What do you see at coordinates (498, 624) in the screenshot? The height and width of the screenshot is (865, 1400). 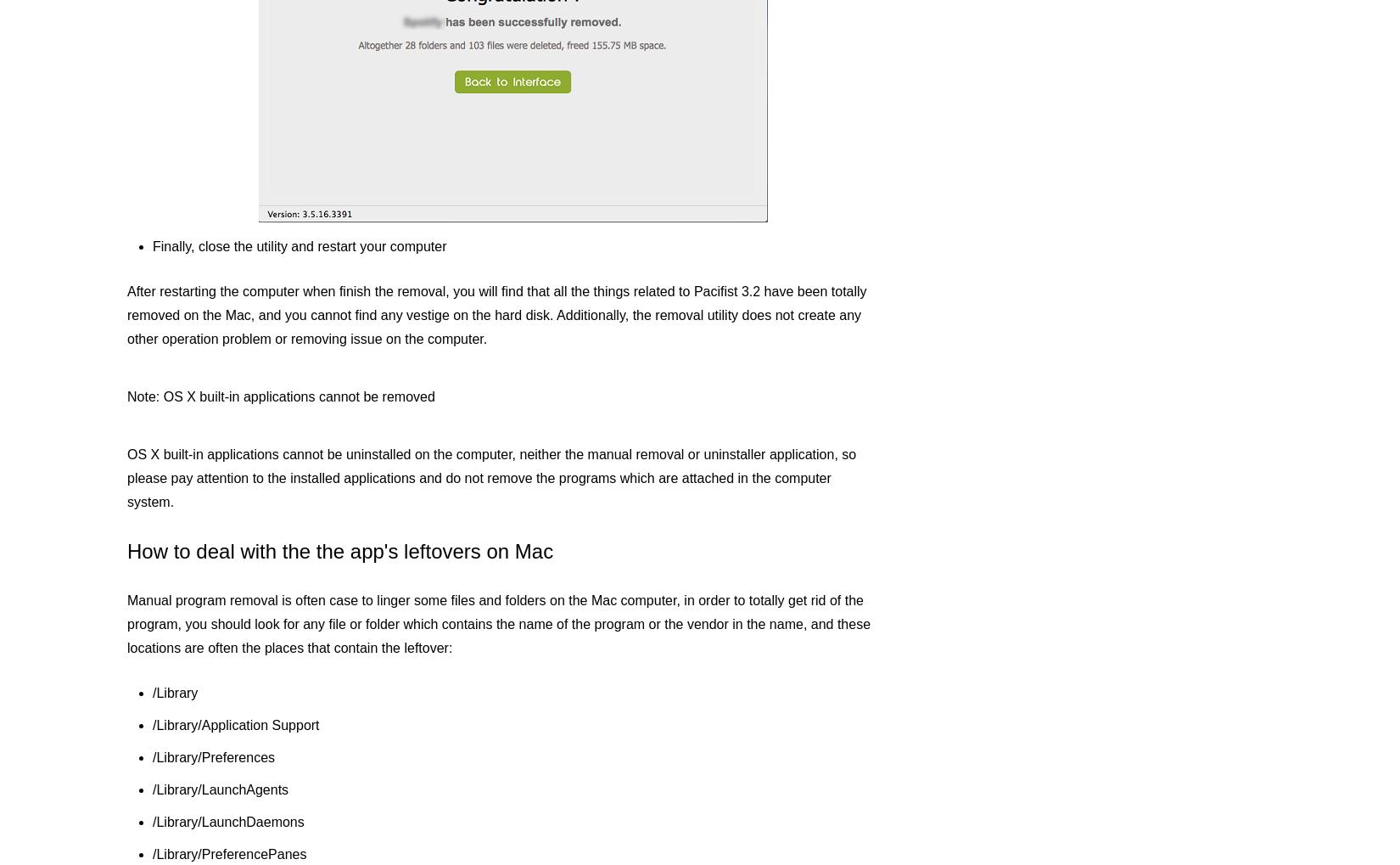 I see `'Manual program removal is often case to linger some files and folders on the Mac computer, in order to totally get rid of the program, you should look for any file or folder which contains the name of the program or the vendor in the name, and these locations are often the places that contain the leftover:'` at bounding box center [498, 624].